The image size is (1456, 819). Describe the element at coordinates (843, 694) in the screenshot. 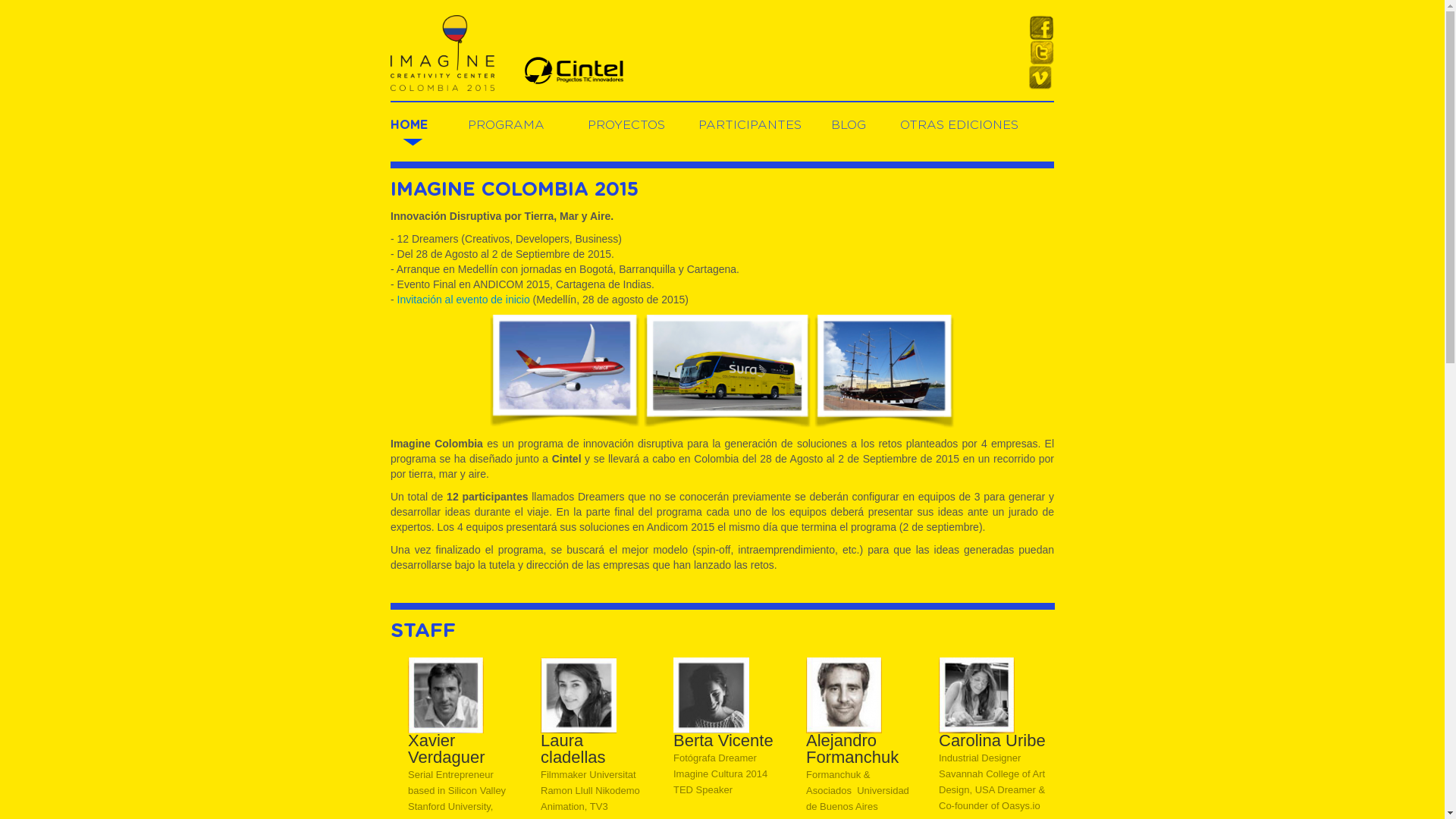

I see `'Alejandro Formanchuk'` at that location.